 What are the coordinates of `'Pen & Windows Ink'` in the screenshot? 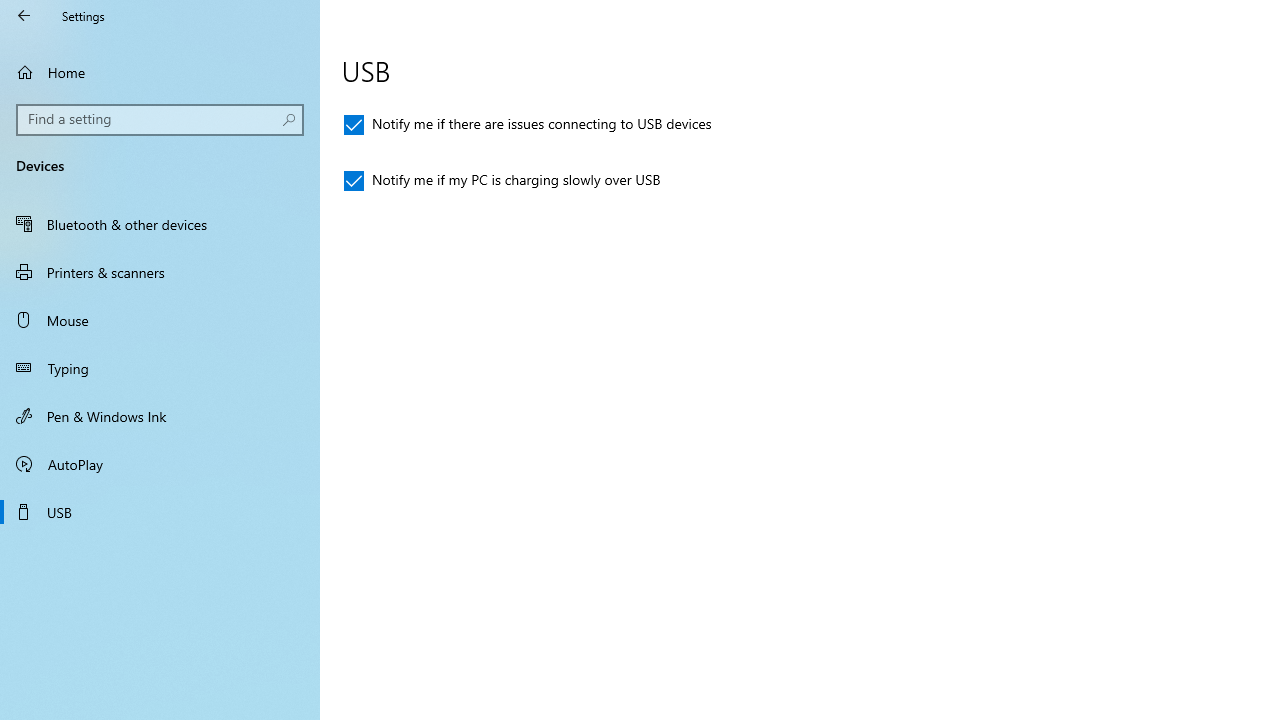 It's located at (160, 414).